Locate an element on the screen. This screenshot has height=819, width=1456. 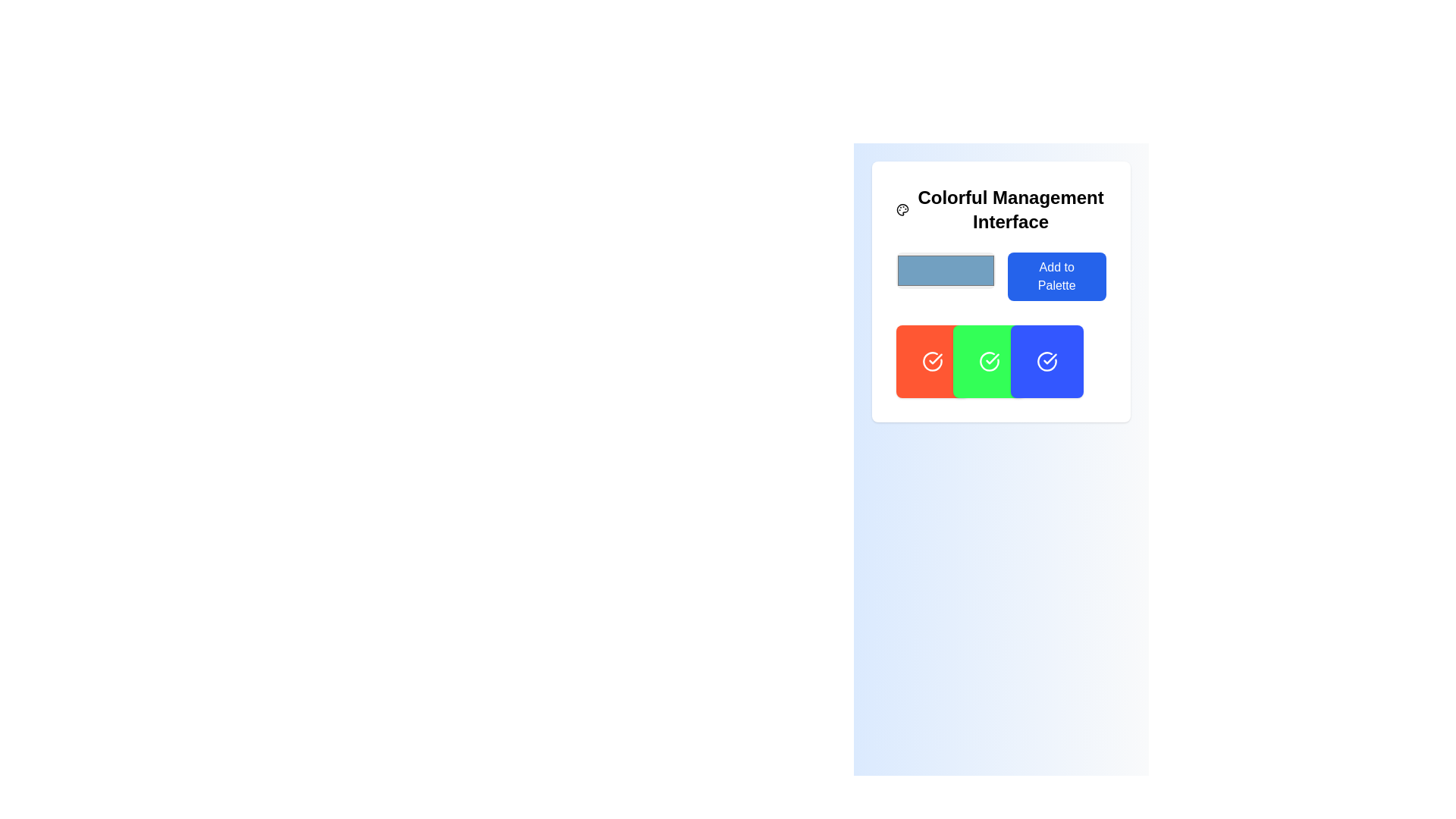
the circular SVG icon with a checkmark symbol, which is located within a green square button in the middle of a row of buttons at the bottom section of the interface is located at coordinates (990, 362).